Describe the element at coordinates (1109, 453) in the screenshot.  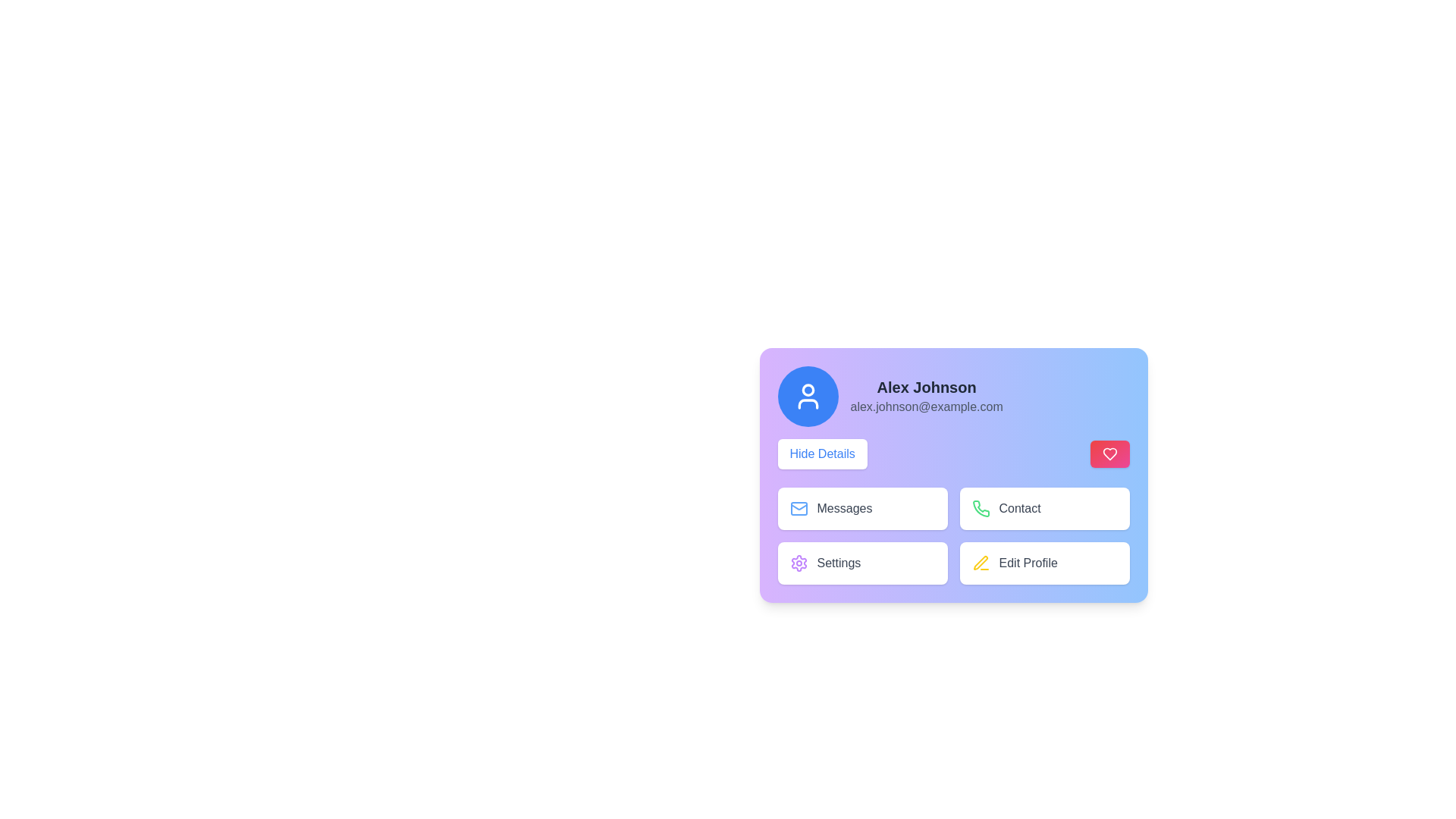
I see `the heart-shaped icon located in the top-right corner of the card layout to interact with it` at that location.